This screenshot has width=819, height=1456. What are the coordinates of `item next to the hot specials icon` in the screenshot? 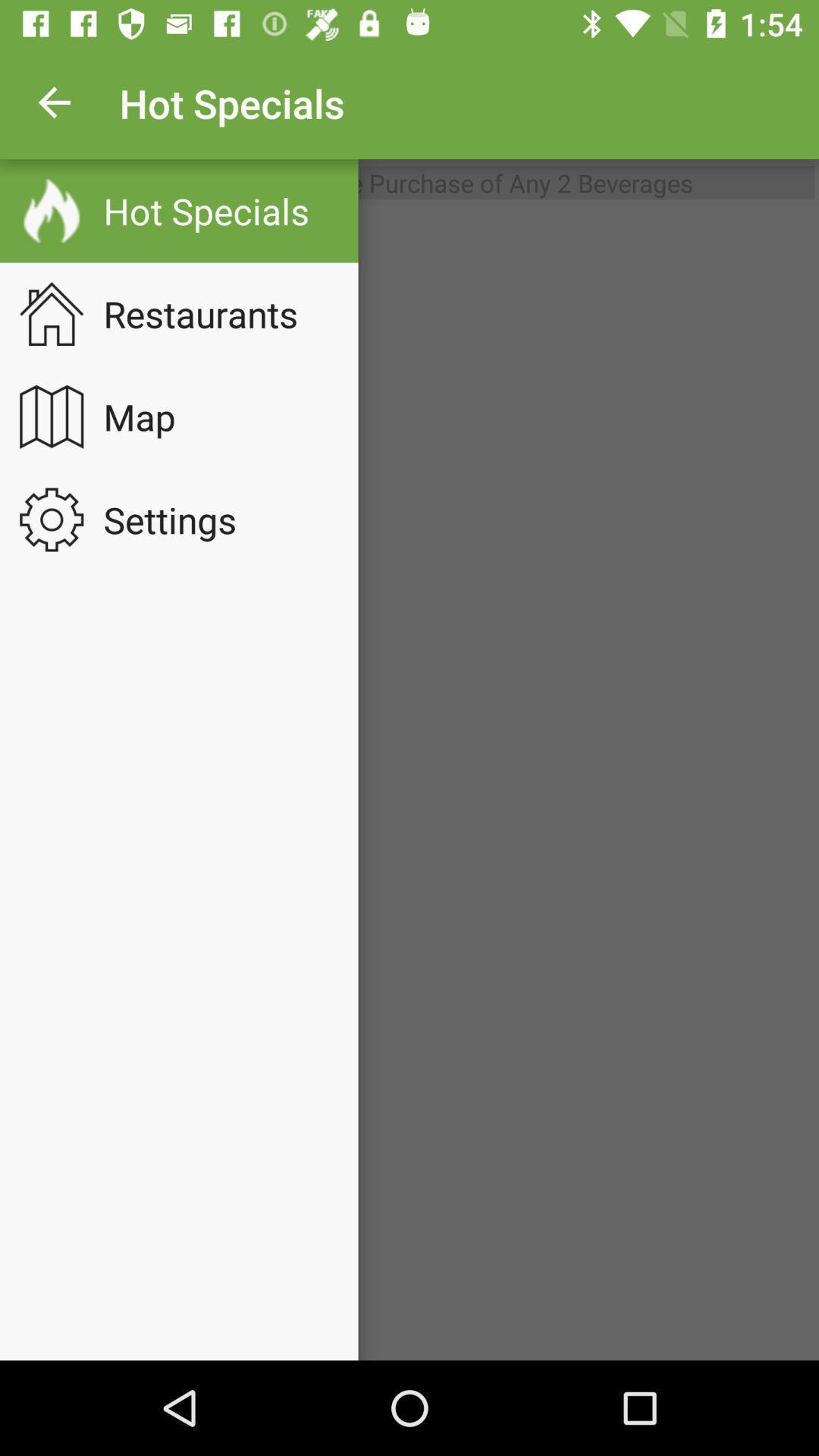 It's located at (55, 102).